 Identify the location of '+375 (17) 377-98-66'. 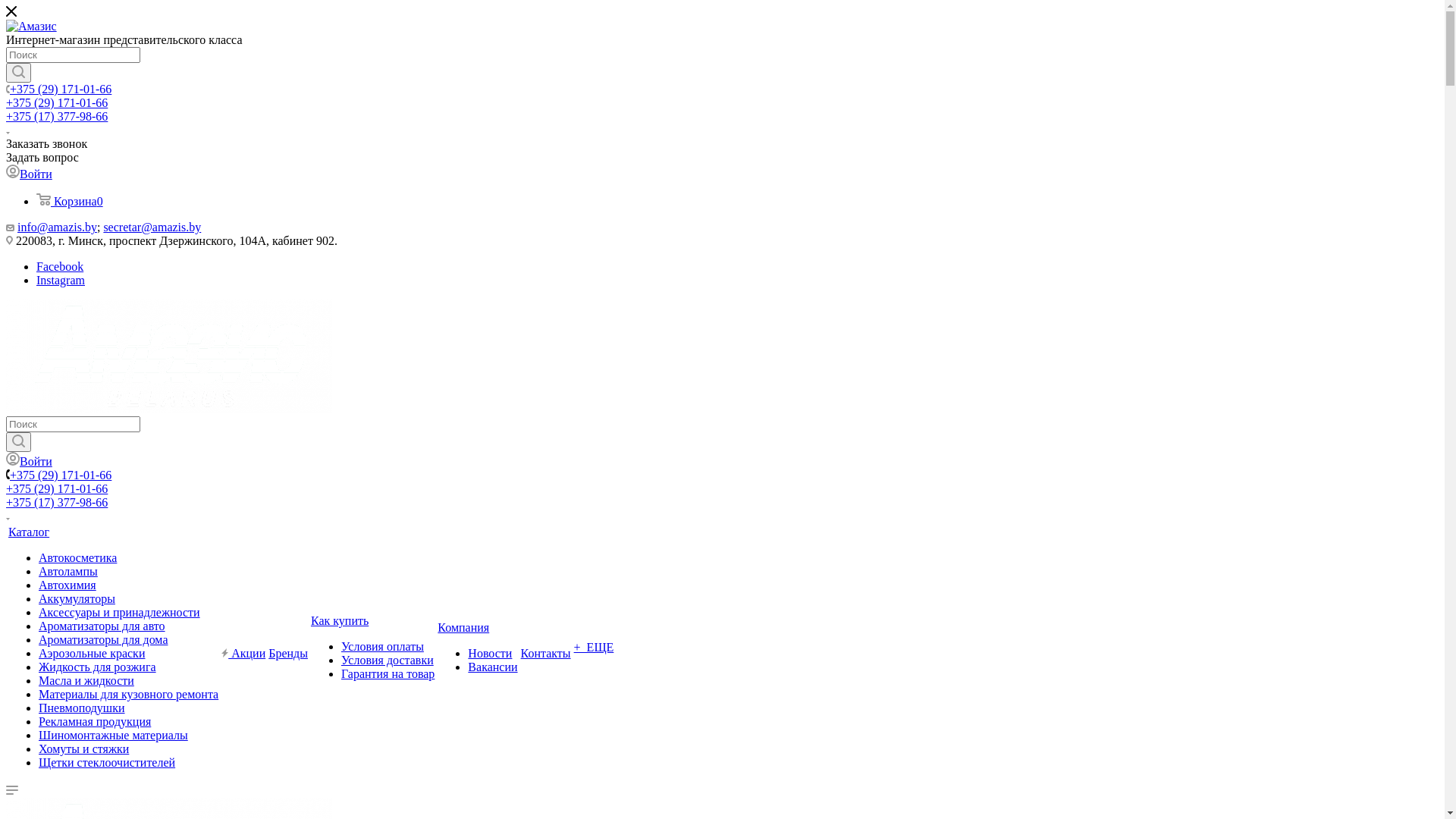
(6, 502).